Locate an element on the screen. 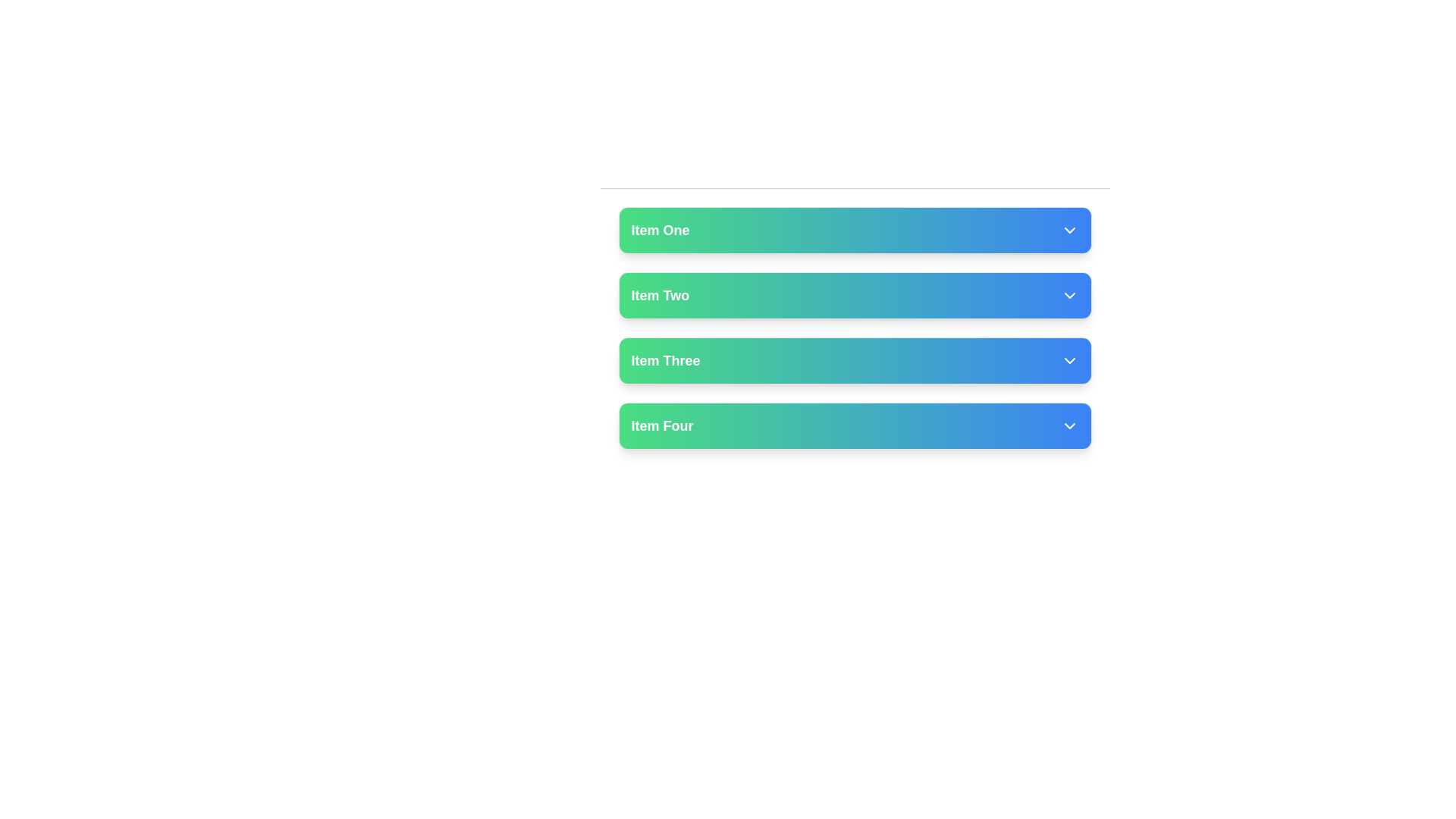 This screenshot has width=1456, height=819. the 'Item Two' dropdown menu item is located at coordinates (855, 327).